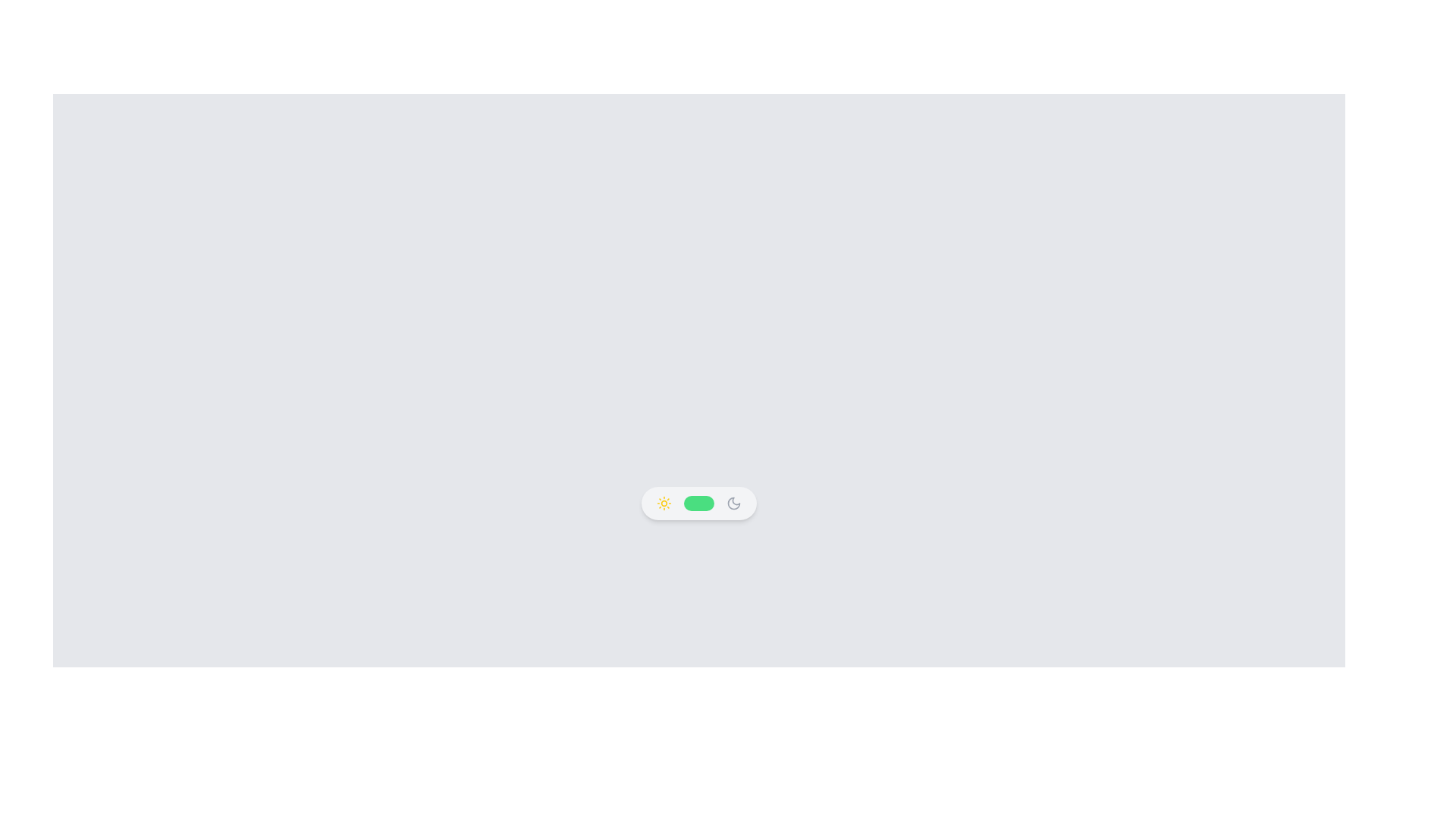 The image size is (1456, 819). Describe the element at coordinates (734, 503) in the screenshot. I see `the night mode icon located in the left segment of the toggle control at the bottom center of the interface` at that location.